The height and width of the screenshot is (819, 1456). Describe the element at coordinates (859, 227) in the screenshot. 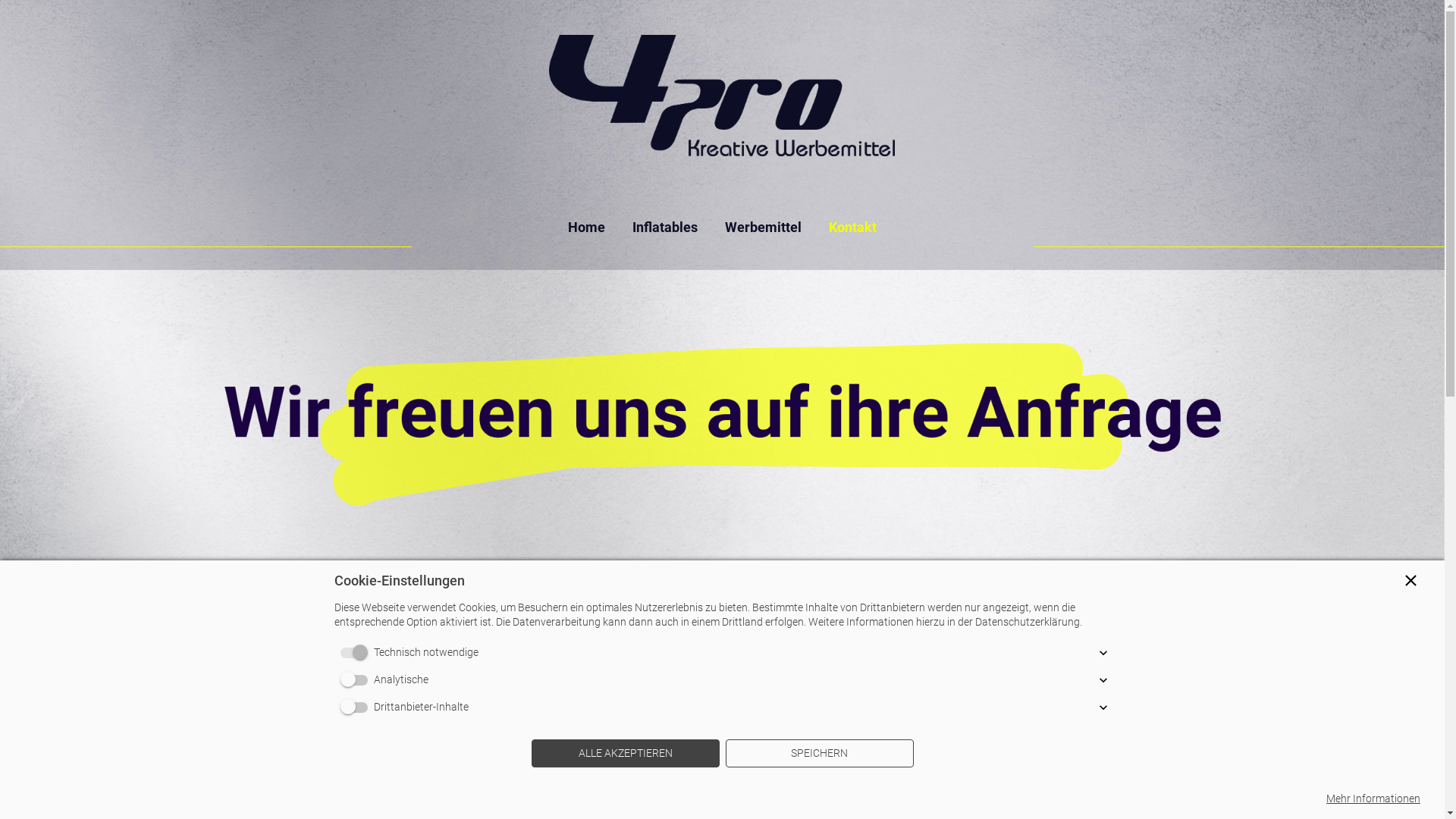

I see `'Kontakt'` at that location.